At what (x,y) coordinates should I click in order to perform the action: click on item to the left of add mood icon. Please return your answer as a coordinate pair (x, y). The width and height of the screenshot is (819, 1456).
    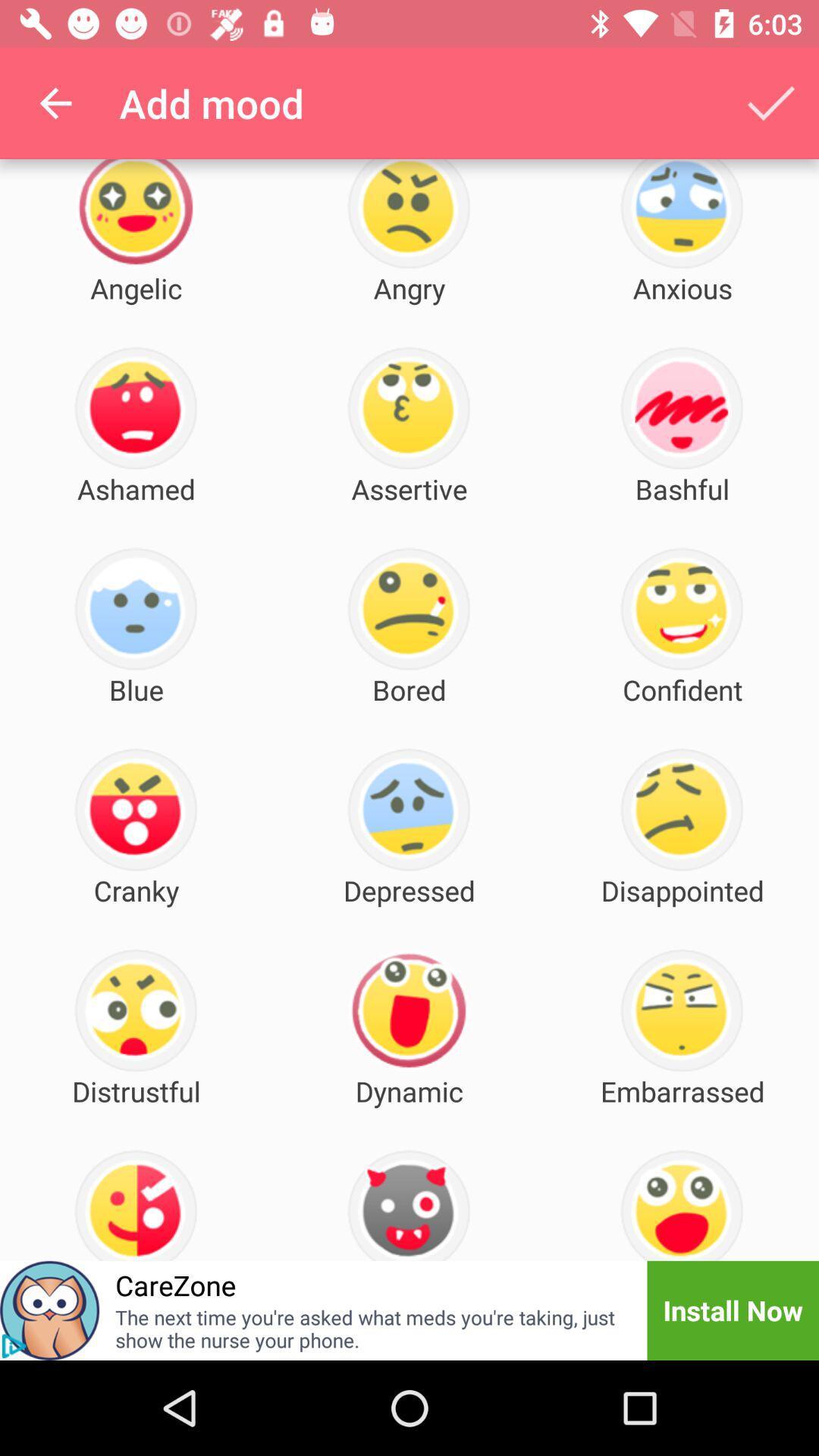
    Looking at the image, I should click on (55, 102).